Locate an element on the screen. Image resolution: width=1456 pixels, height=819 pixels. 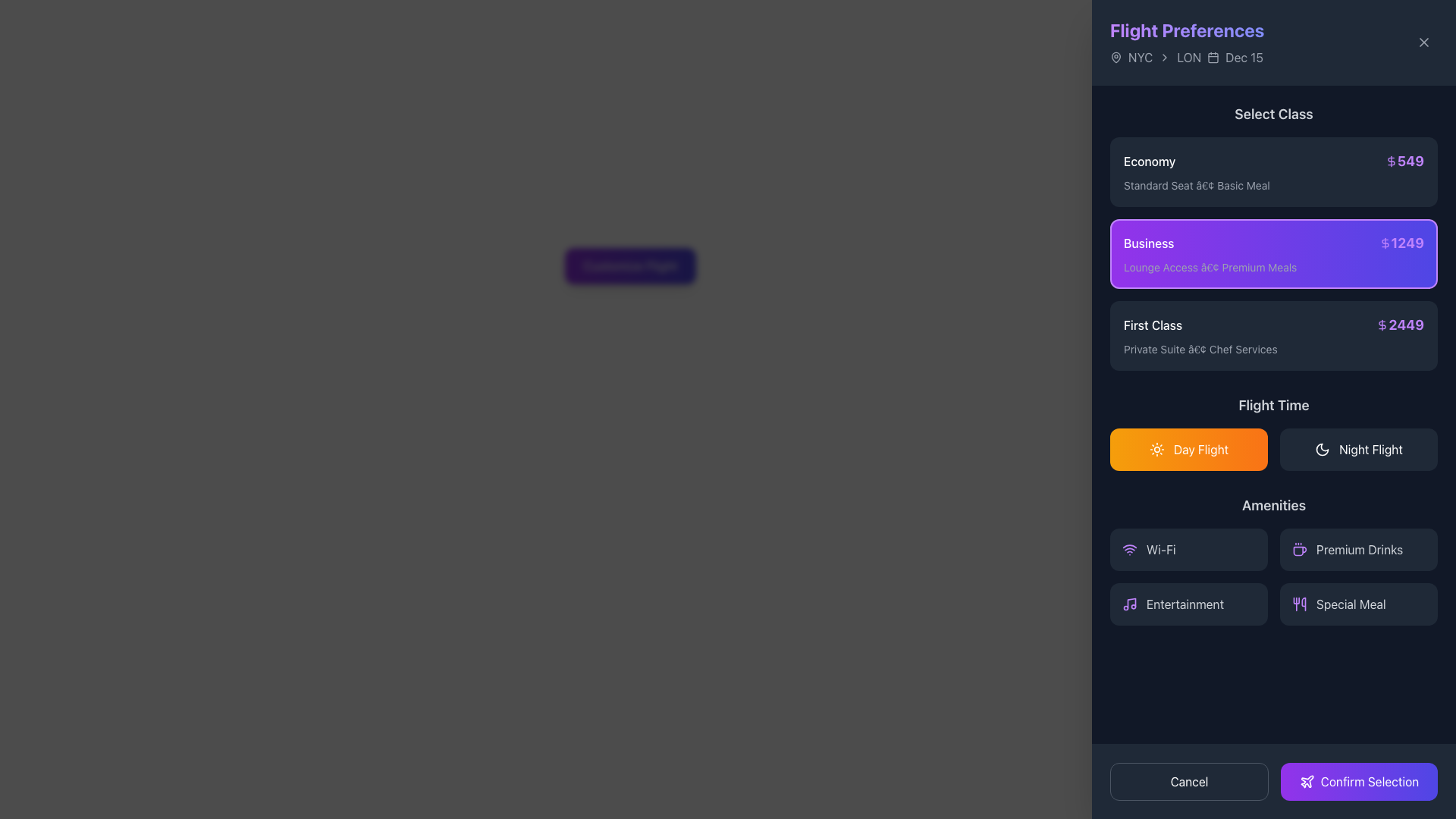
the 'First Class' booking option button, which is the third selectable card in the class selection section is located at coordinates (1274, 335).